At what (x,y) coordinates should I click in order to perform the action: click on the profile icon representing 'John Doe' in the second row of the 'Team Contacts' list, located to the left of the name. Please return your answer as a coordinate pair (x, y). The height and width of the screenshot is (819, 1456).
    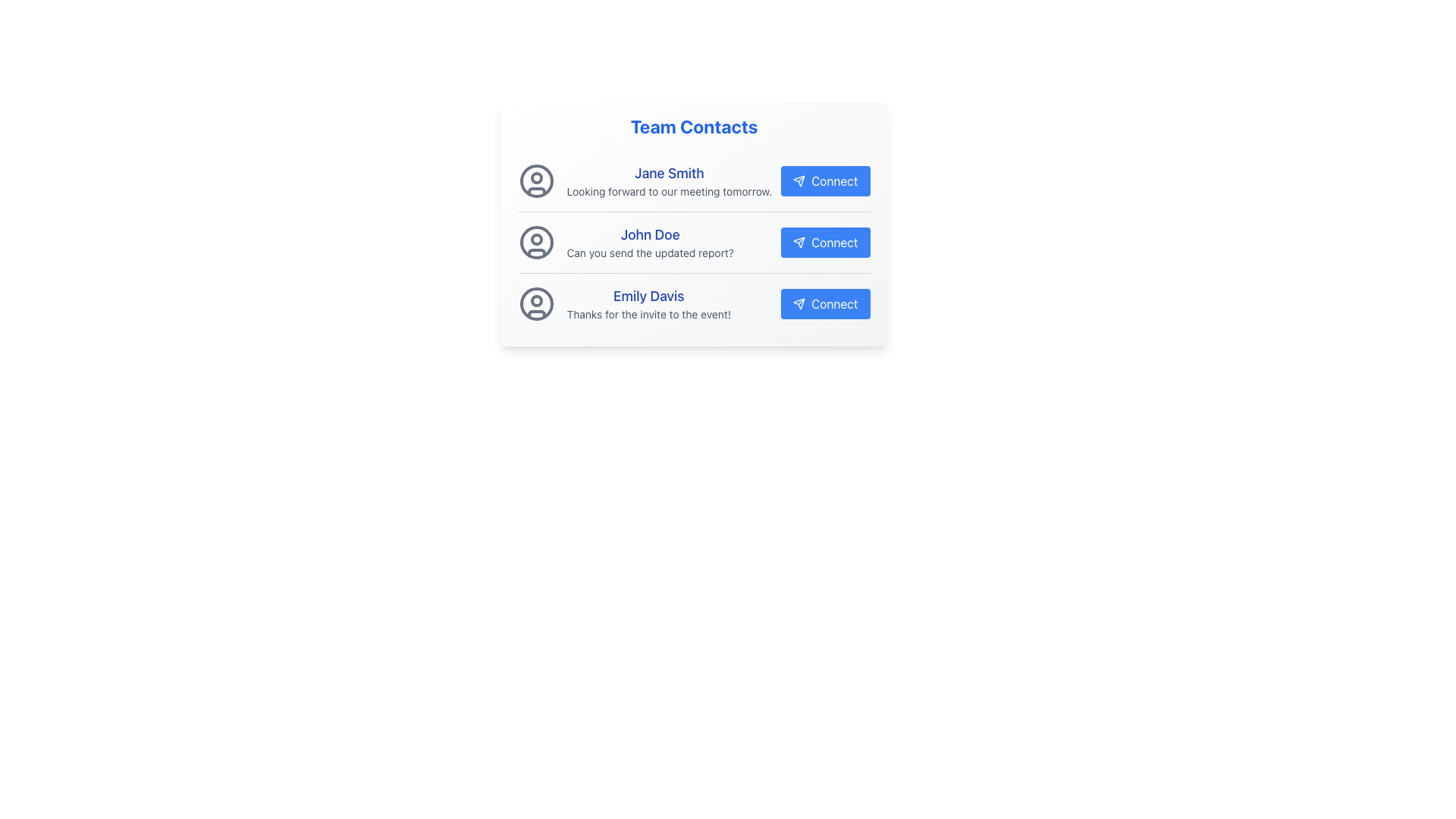
    Looking at the image, I should click on (536, 242).